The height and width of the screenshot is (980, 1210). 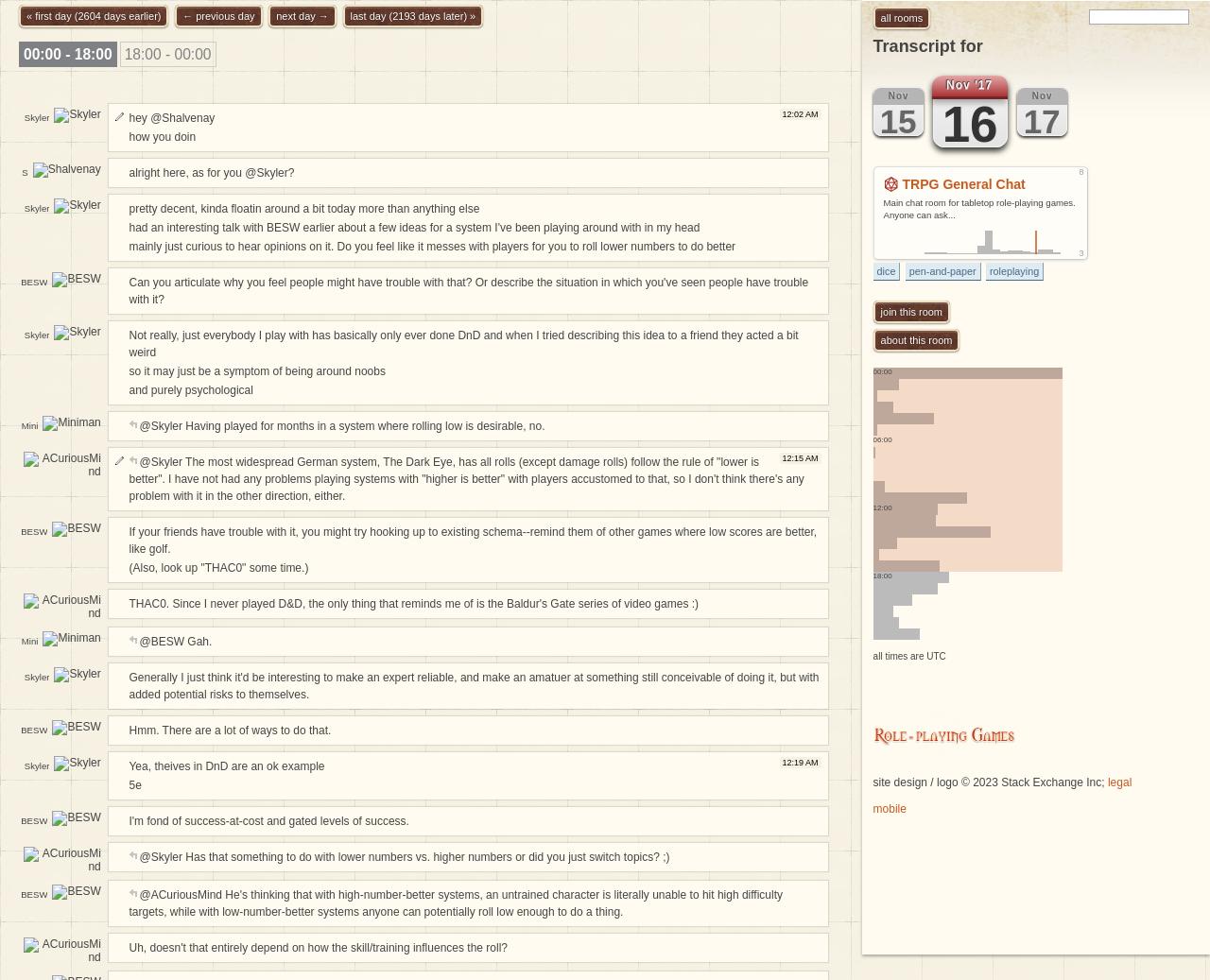 What do you see at coordinates (963, 182) in the screenshot?
I see `'TRPG General Chat'` at bounding box center [963, 182].